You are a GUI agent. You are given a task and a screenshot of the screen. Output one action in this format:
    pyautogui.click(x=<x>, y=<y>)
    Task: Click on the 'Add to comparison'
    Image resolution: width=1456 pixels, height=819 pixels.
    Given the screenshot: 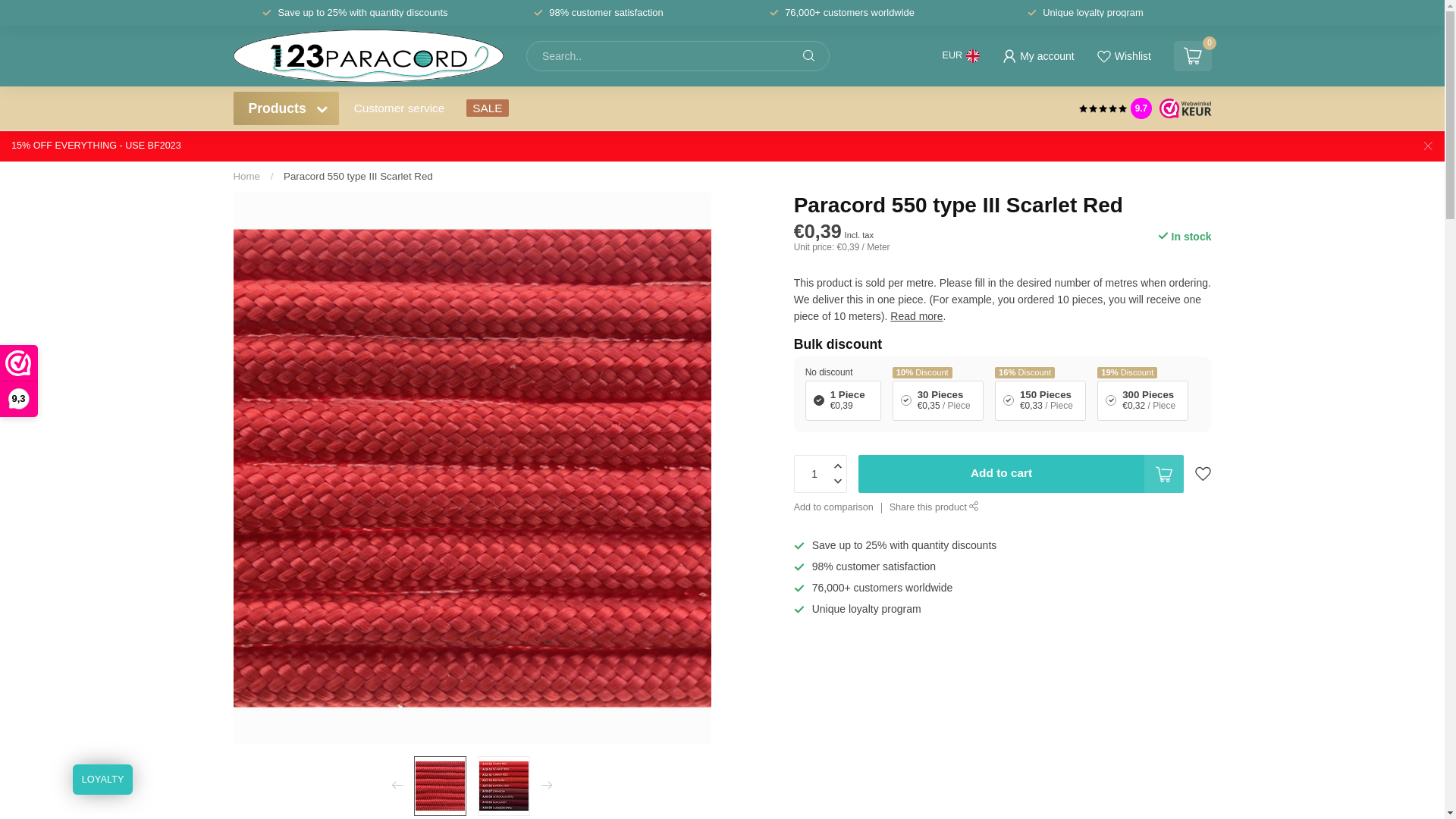 What is the action you would take?
    pyautogui.click(x=833, y=508)
    